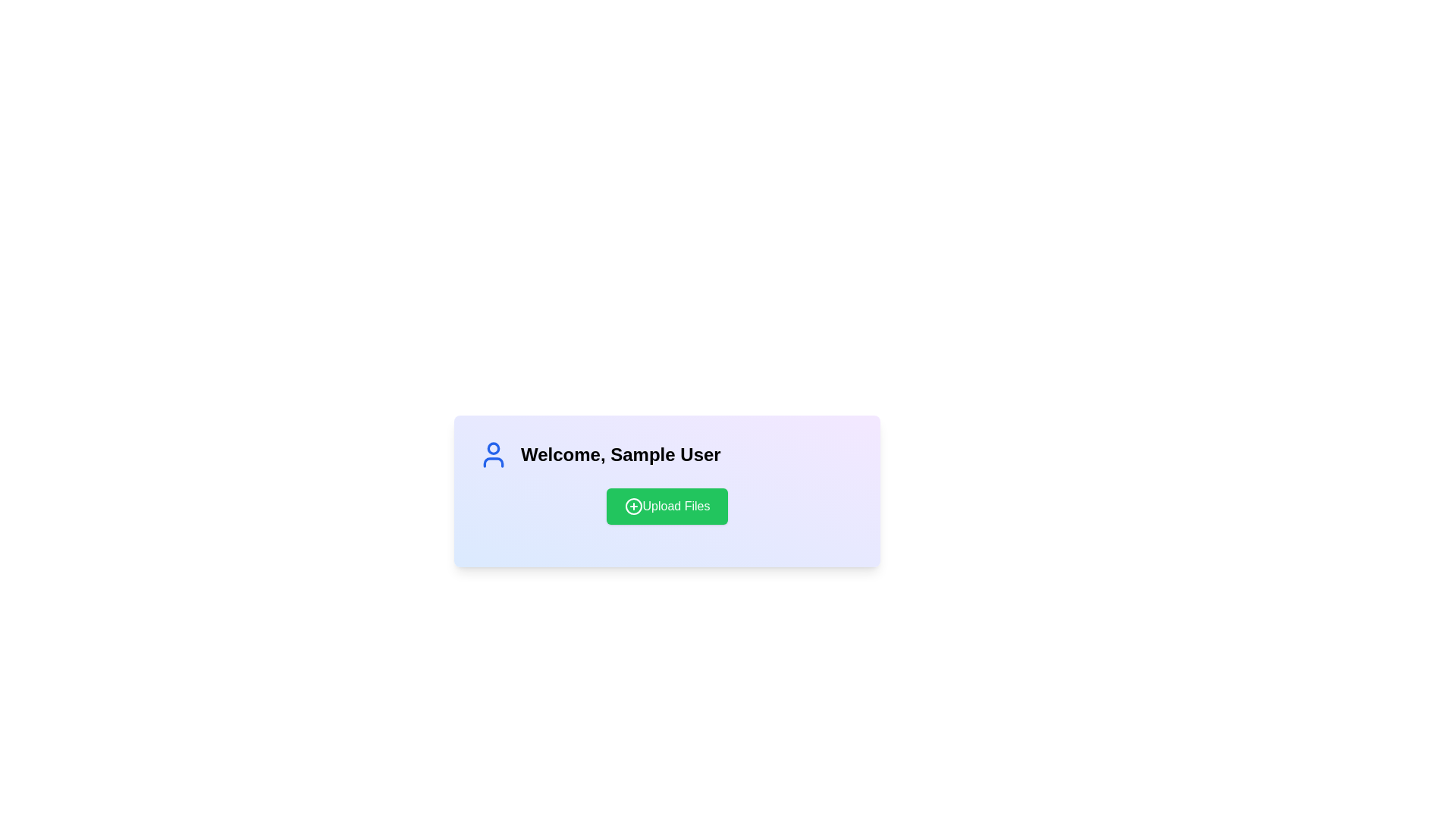 The width and height of the screenshot is (1456, 819). What do you see at coordinates (667, 506) in the screenshot?
I see `the button located beneath the heading 'Welcome, Sample User.' to initiate the file upload process` at bounding box center [667, 506].